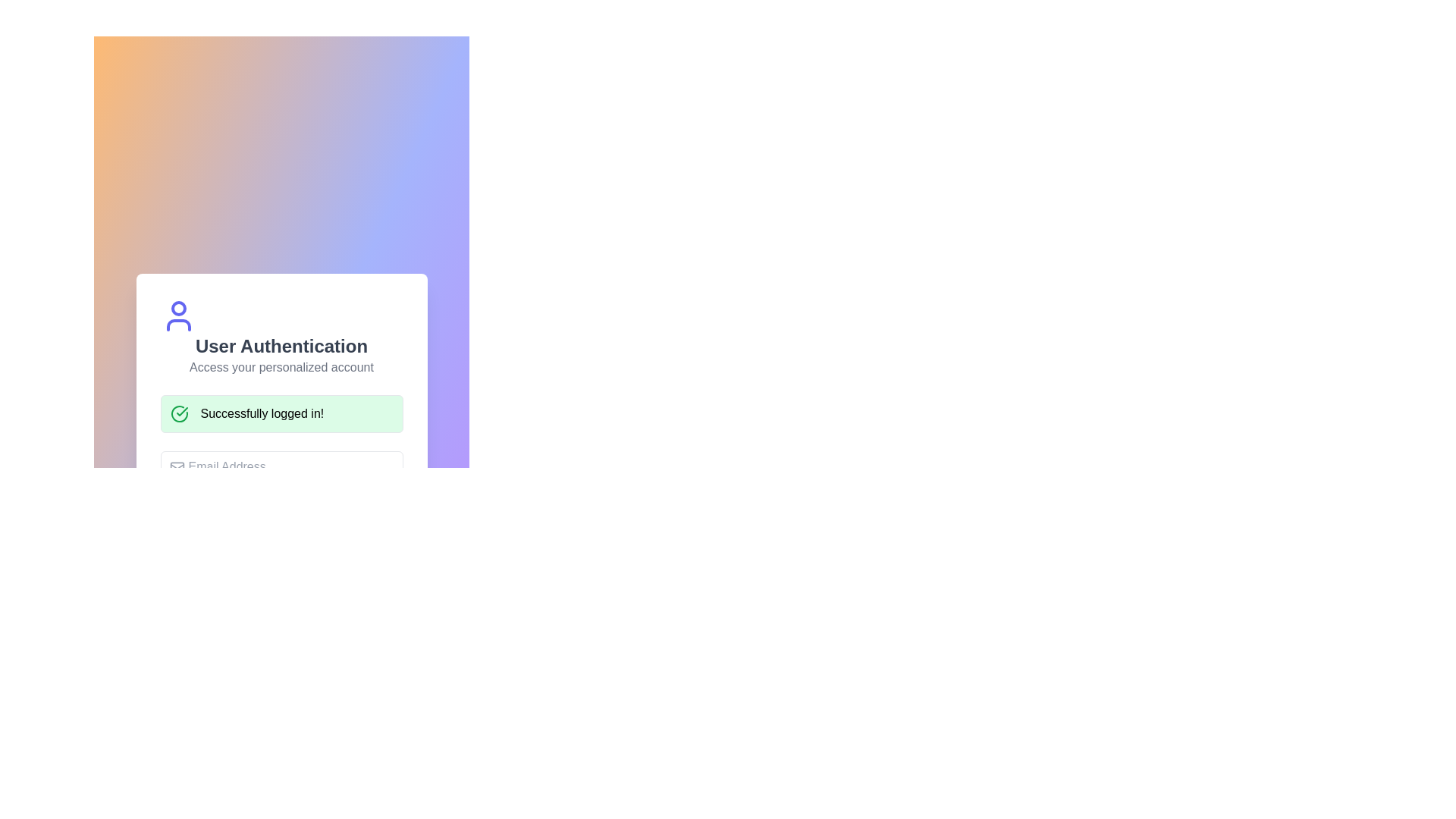 The height and width of the screenshot is (819, 1456). Describe the element at coordinates (281, 336) in the screenshot. I see `the Header with Icon that features the main headline 'User Authentication' and a subtitle 'Access your personalized account', along with a blue user icon above the text` at that location.